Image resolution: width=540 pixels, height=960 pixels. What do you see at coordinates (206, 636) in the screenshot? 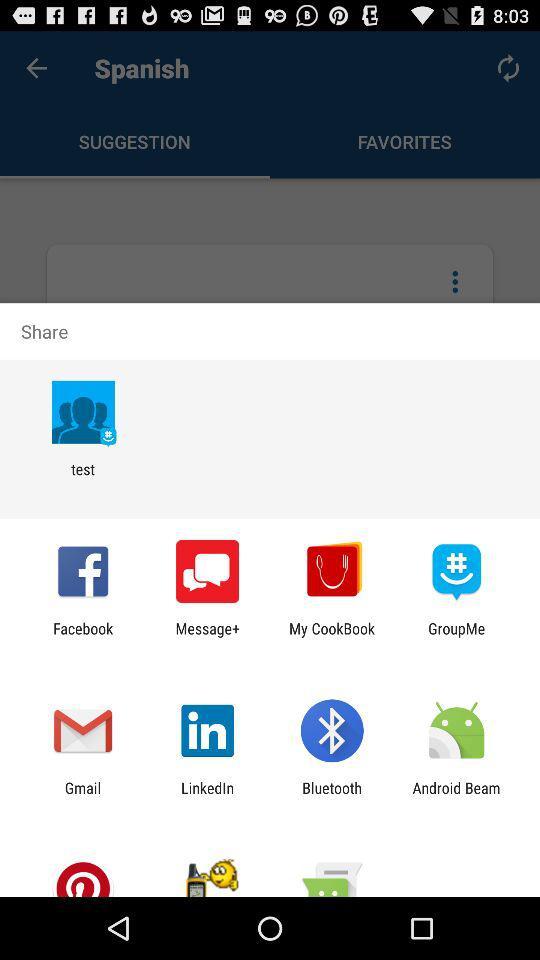
I see `message+ app` at bounding box center [206, 636].